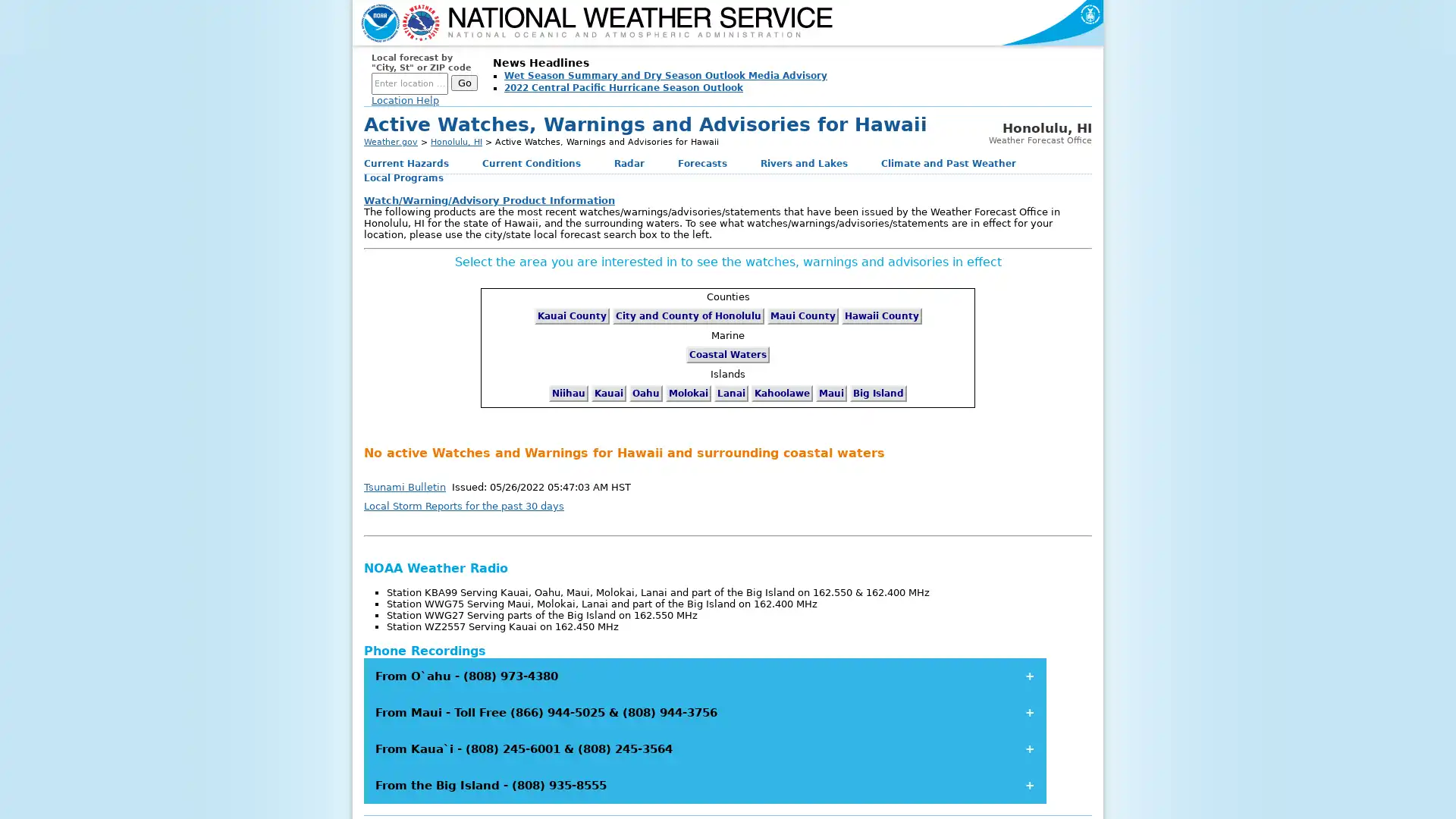 This screenshot has height=819, width=1456. What do you see at coordinates (704, 675) in the screenshot?
I see `From O`ahu - (808) 973-4380 +` at bounding box center [704, 675].